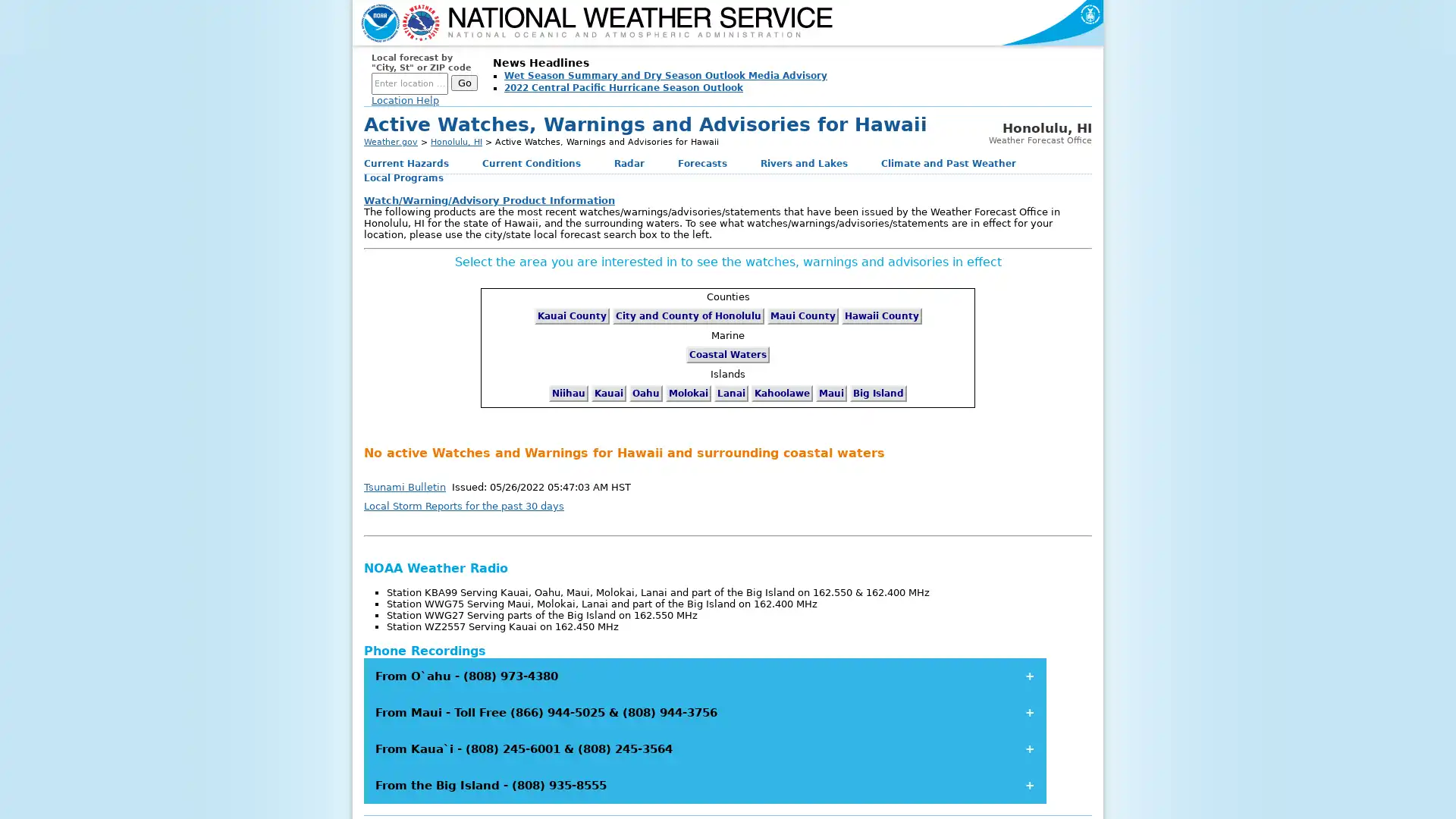 This screenshot has height=819, width=1456. What do you see at coordinates (704, 675) in the screenshot?
I see `From O`ahu - (808) 973-4380 +` at bounding box center [704, 675].